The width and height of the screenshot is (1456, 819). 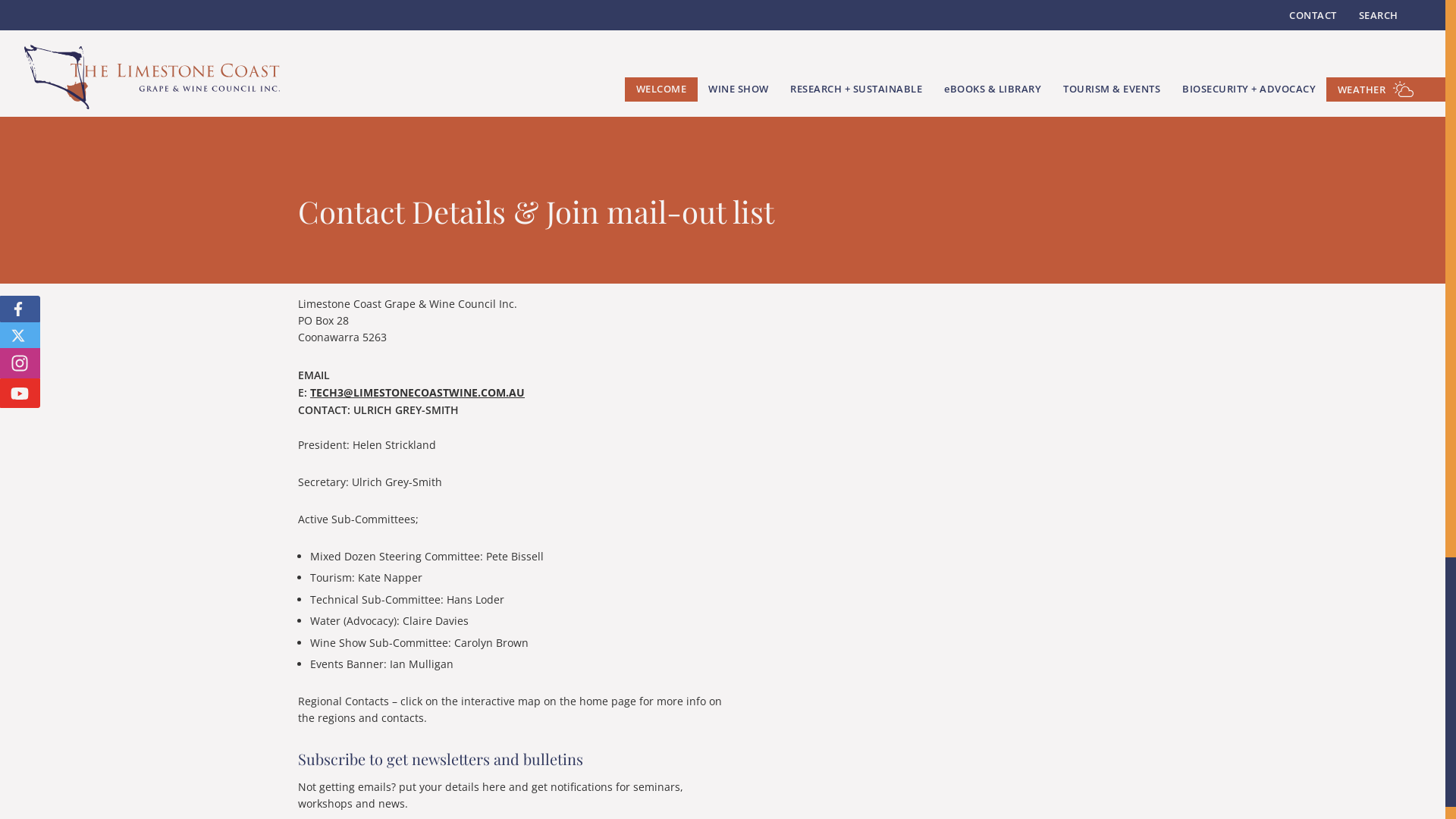 What do you see at coordinates (1378, 14) in the screenshot?
I see `'SEARCH'` at bounding box center [1378, 14].